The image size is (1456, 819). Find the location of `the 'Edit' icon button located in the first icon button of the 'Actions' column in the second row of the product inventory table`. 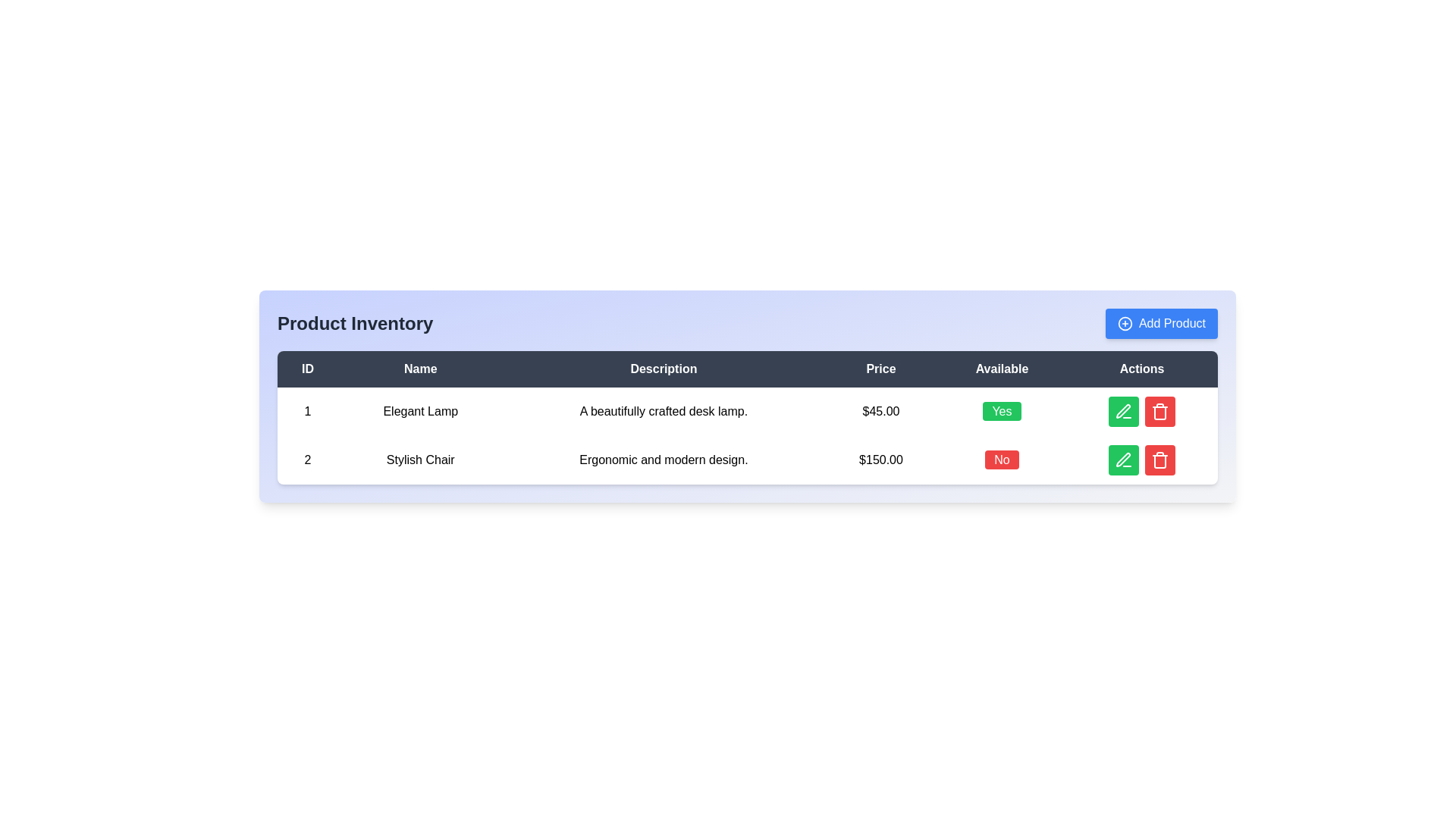

the 'Edit' icon button located in the first icon button of the 'Actions' column in the second row of the product inventory table is located at coordinates (1124, 459).